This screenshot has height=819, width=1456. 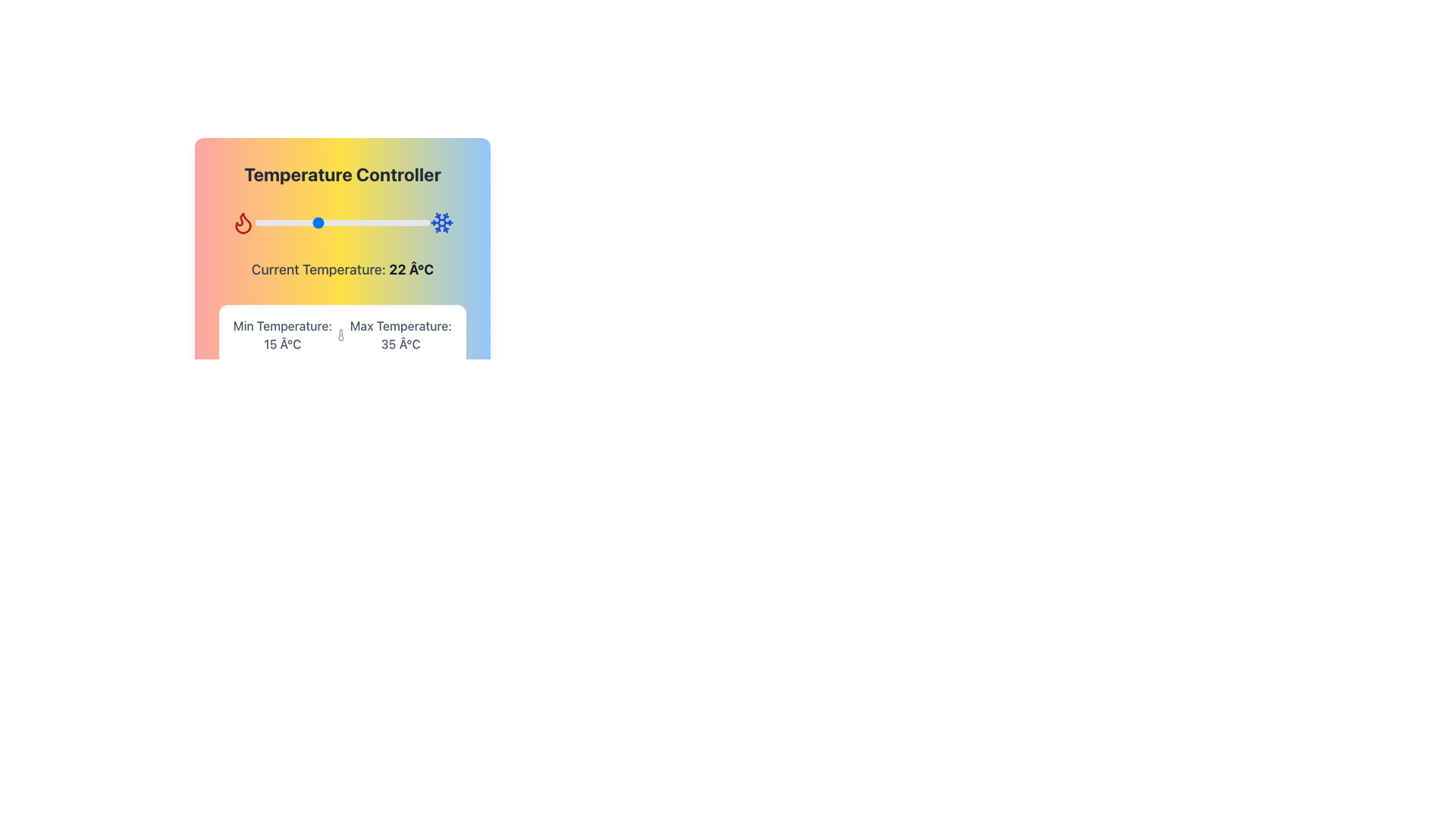 I want to click on the temperature icon located between the 'Min Temperature: 15 Â°C' and 'Max Temperature: 35 Â°C' text labels, so click(x=340, y=334).